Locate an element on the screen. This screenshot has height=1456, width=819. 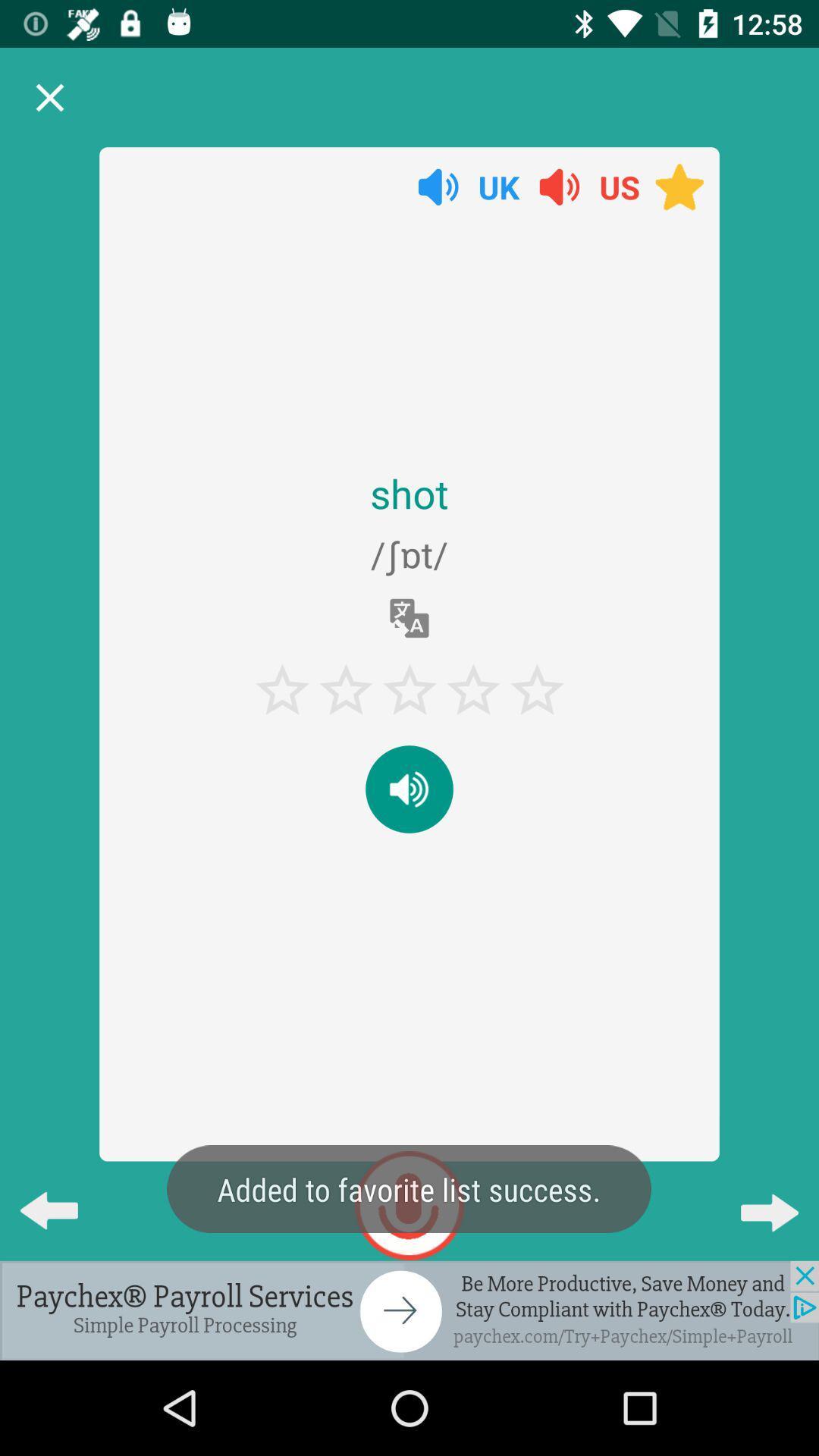
the star icon is located at coordinates (679, 186).